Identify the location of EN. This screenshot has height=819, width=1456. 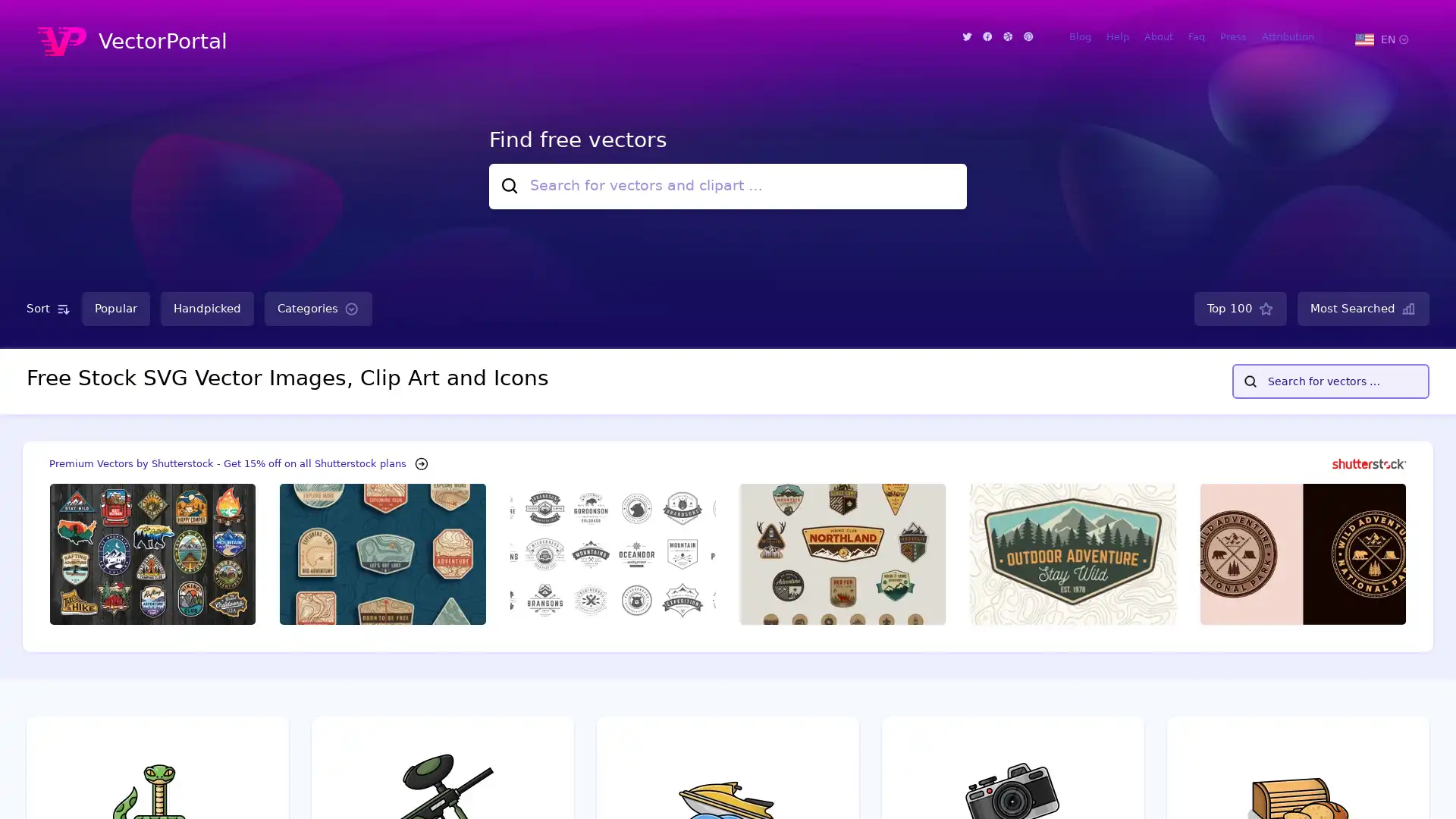
(1381, 38).